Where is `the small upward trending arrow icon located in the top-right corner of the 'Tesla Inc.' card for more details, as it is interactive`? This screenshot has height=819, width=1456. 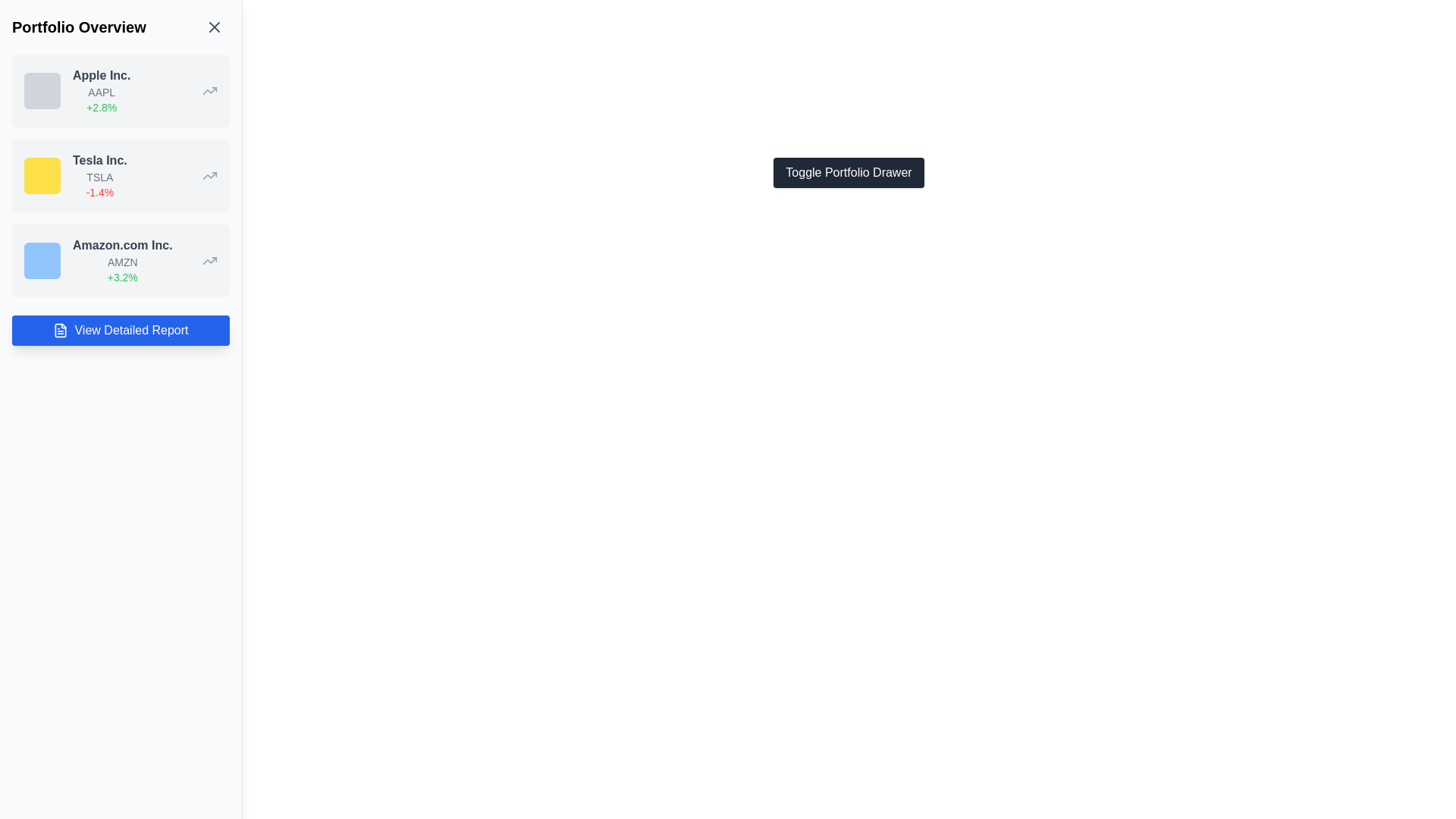
the small upward trending arrow icon located in the top-right corner of the 'Tesla Inc.' card for more details, as it is interactive is located at coordinates (209, 174).